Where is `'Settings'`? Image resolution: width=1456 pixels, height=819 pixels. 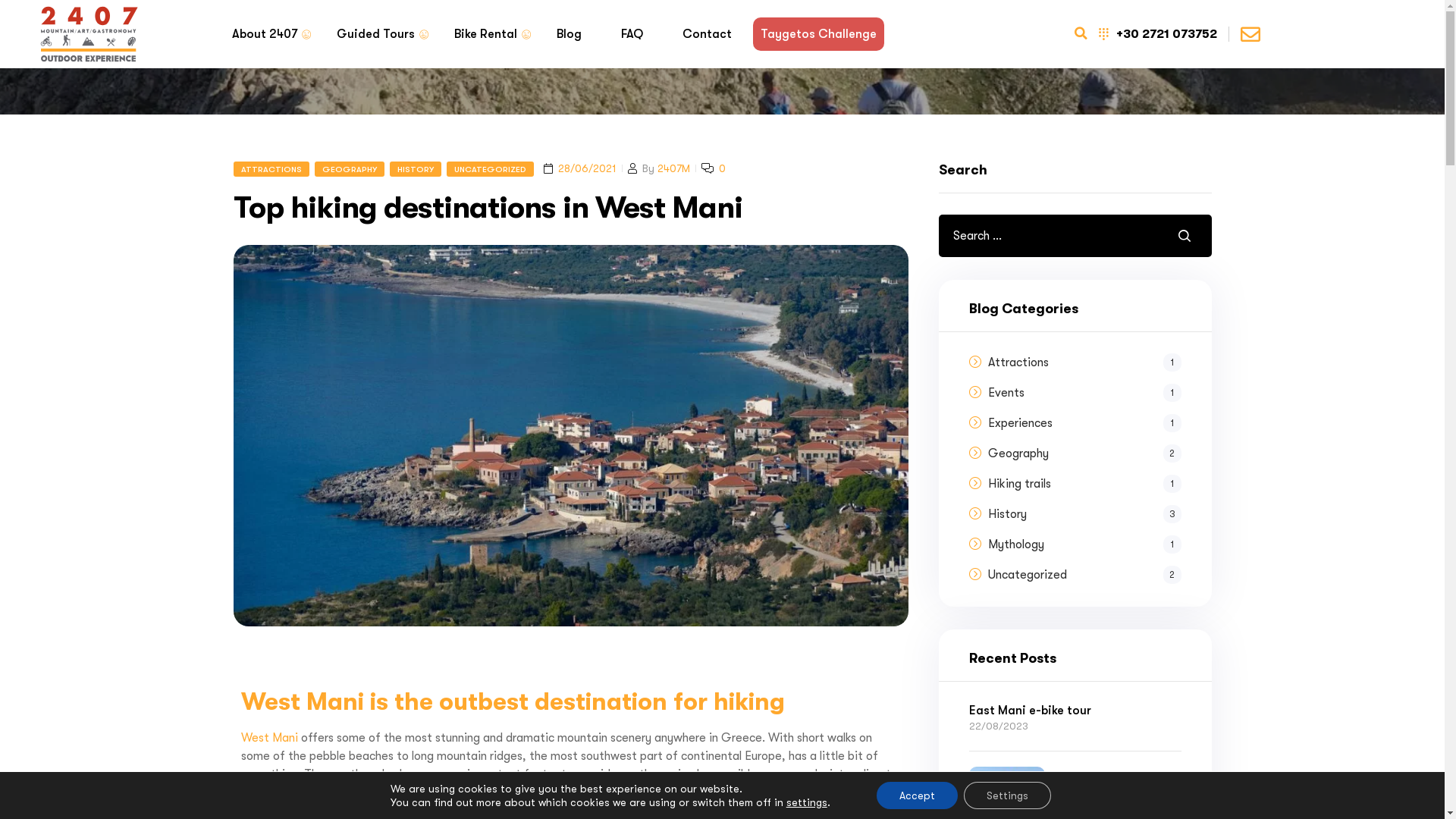
'Settings' is located at coordinates (1007, 795).